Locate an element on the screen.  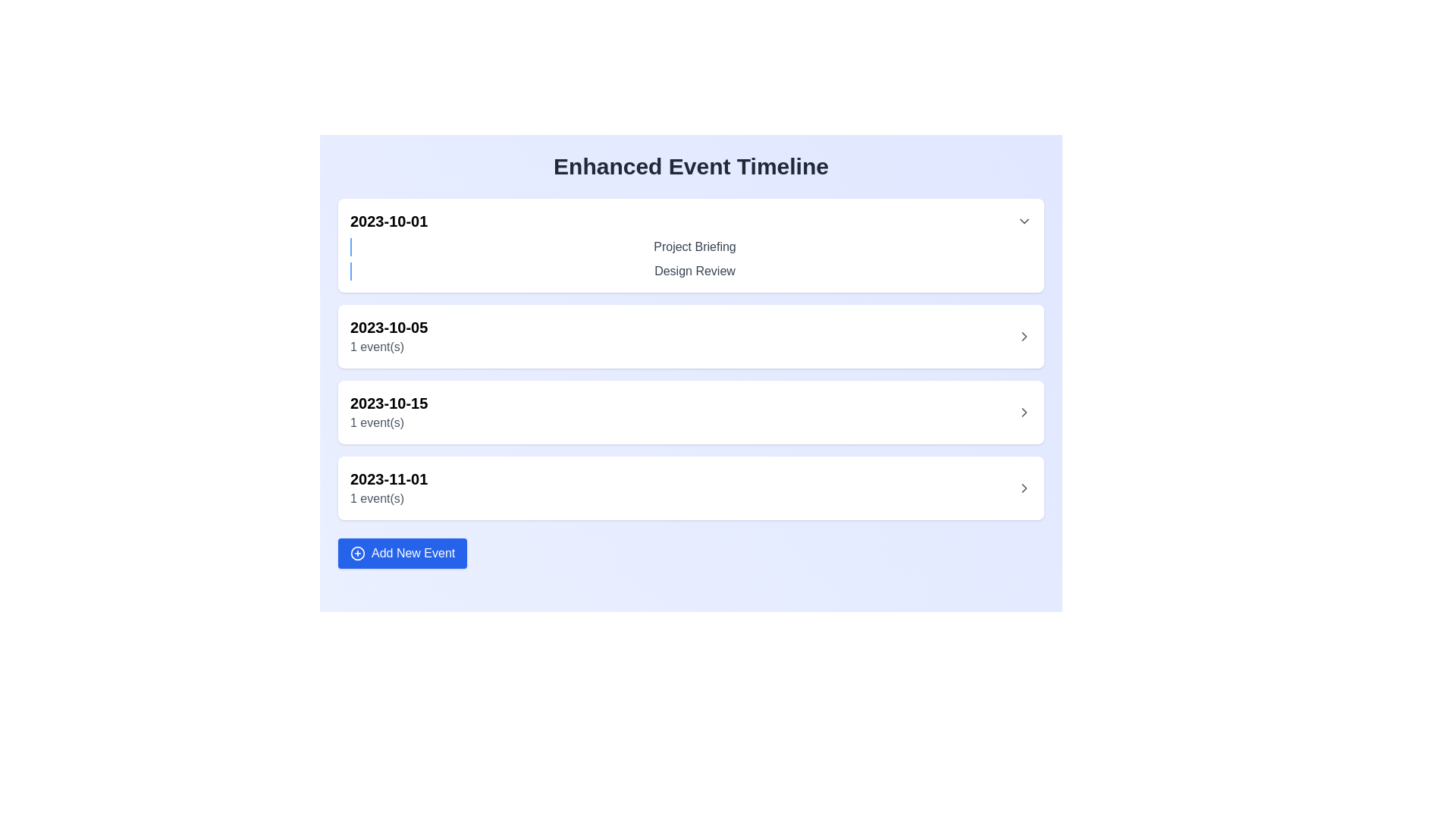
information displayed in the textual display element that lists 'Project Briefing' and 'Design Review', which is positioned below the date '2023-10-01' is located at coordinates (690, 259).